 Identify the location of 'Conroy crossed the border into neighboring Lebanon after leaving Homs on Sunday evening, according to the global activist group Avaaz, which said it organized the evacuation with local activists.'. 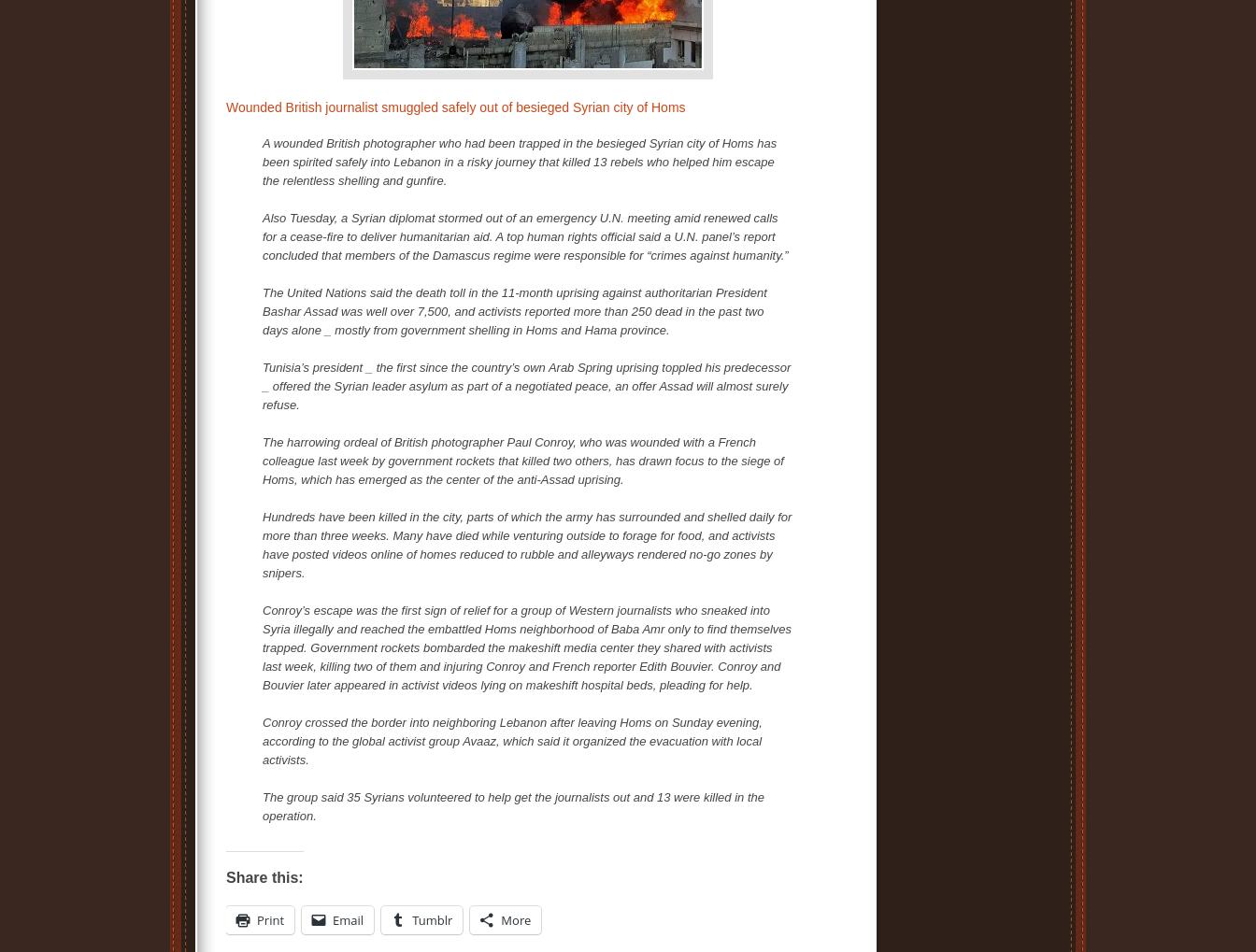
(511, 741).